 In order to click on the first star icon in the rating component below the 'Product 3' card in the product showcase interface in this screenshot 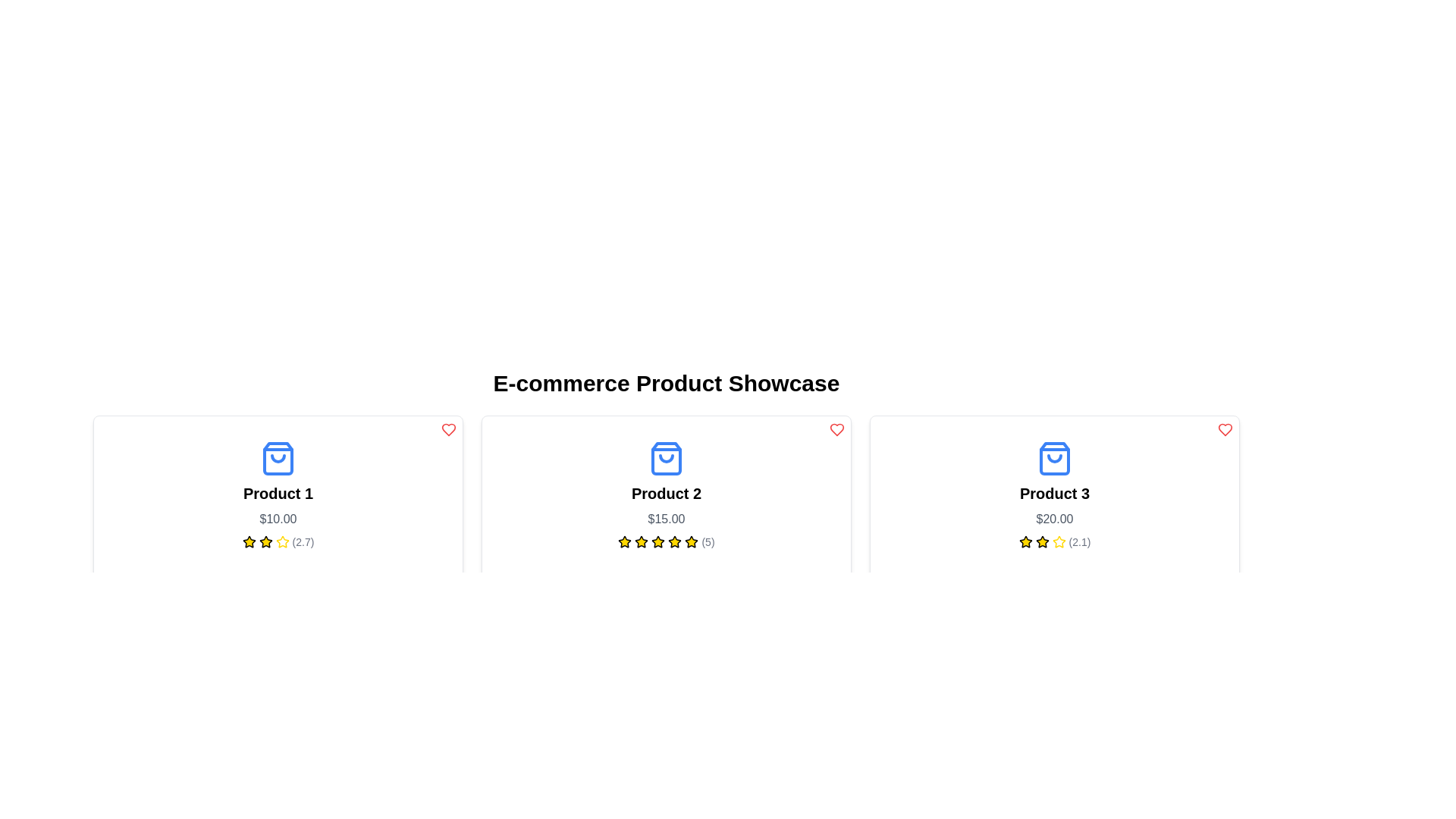, I will do `click(1025, 541)`.